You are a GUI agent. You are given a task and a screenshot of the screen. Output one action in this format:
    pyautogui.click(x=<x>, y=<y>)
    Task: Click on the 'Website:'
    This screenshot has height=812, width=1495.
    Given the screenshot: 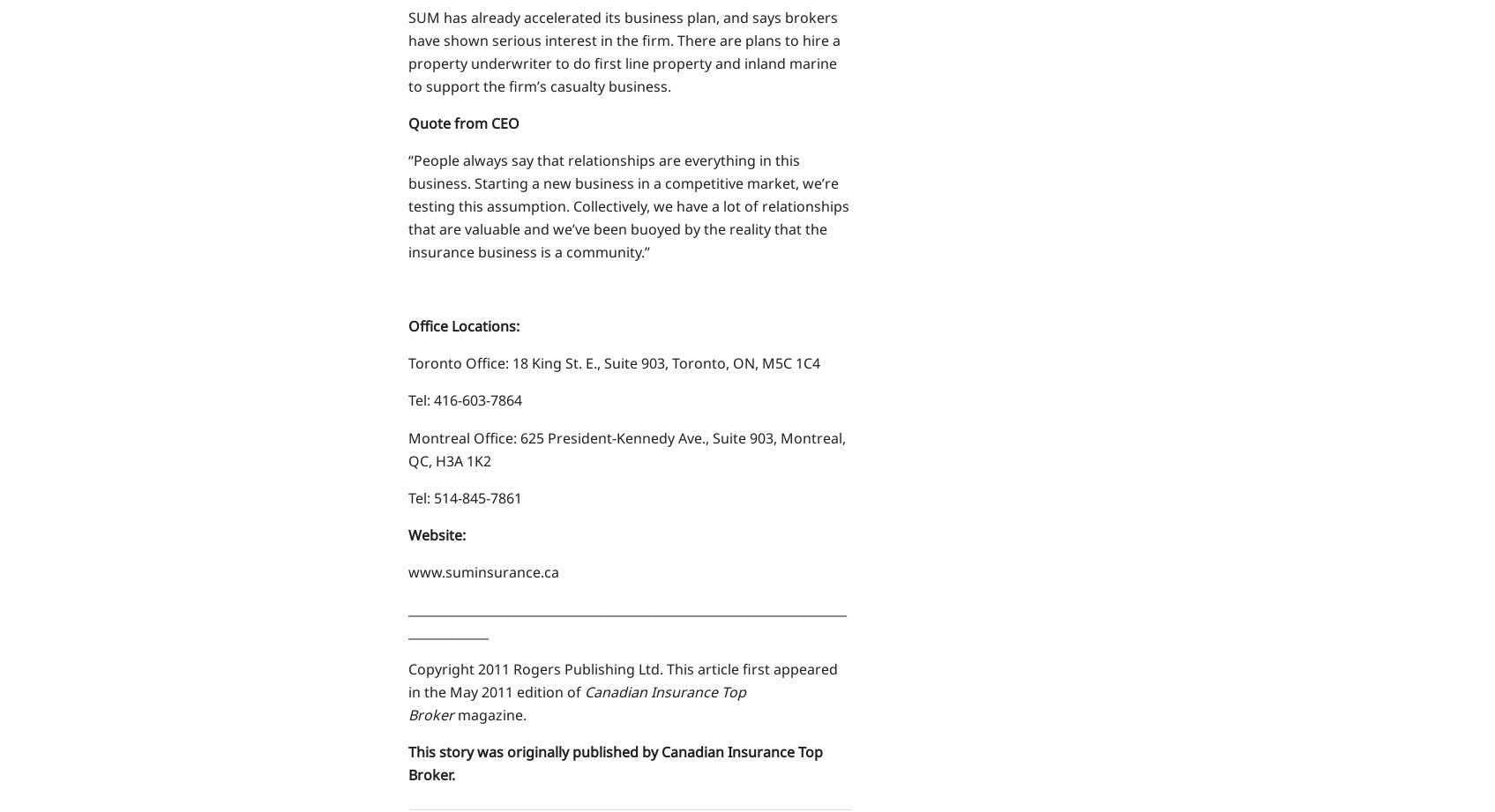 What is the action you would take?
    pyautogui.click(x=435, y=533)
    